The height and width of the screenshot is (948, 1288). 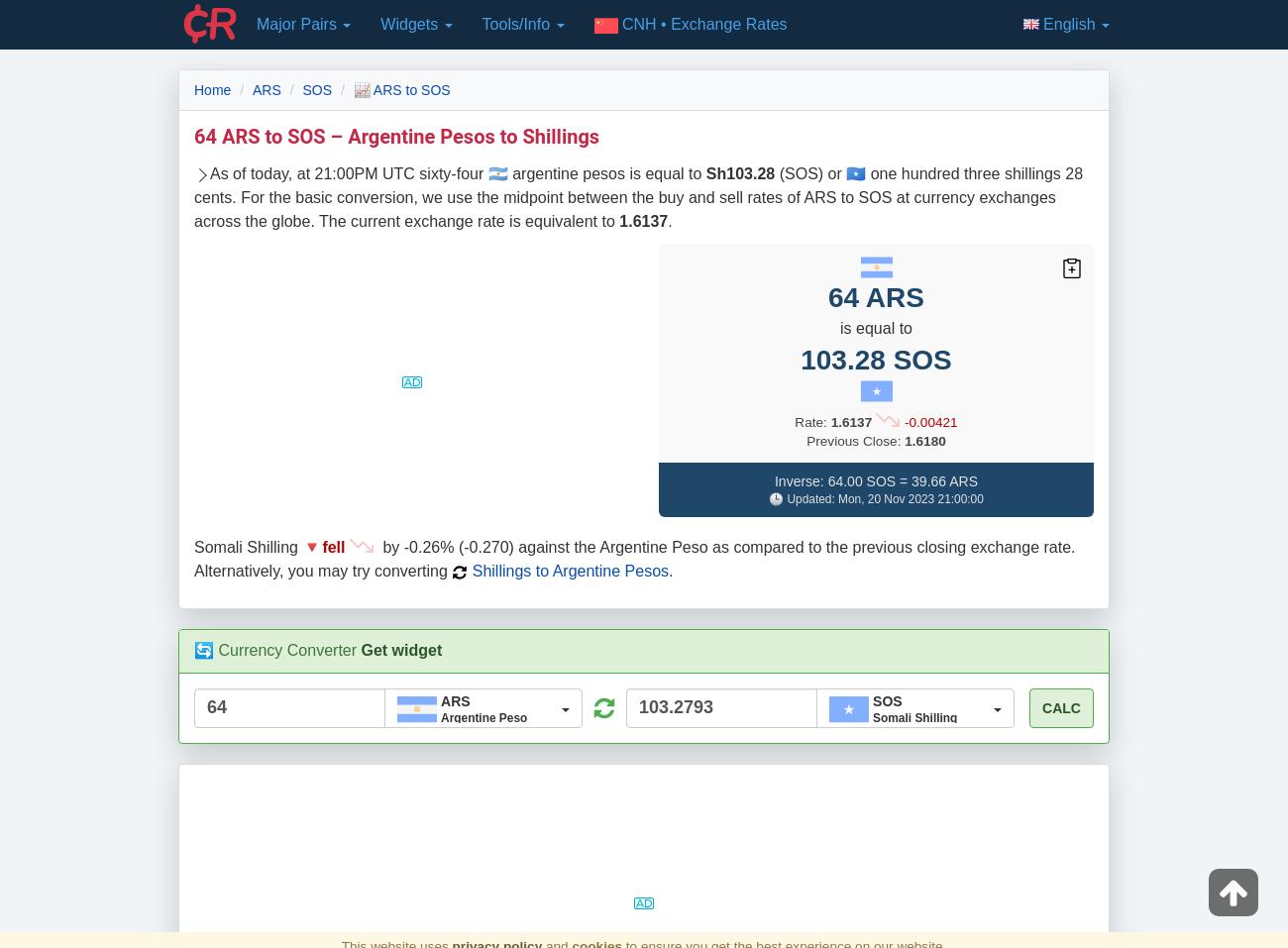 What do you see at coordinates (638, 196) in the screenshot?
I see `'(SOS) or 🇸🇴 one hundred three shillings 28 cents. For the basic conversion, we use the midpoint between the buy and sell rates of ARS to SOS at currency exchanges across the globe. The current exchange rate is equivalent to'` at bounding box center [638, 196].